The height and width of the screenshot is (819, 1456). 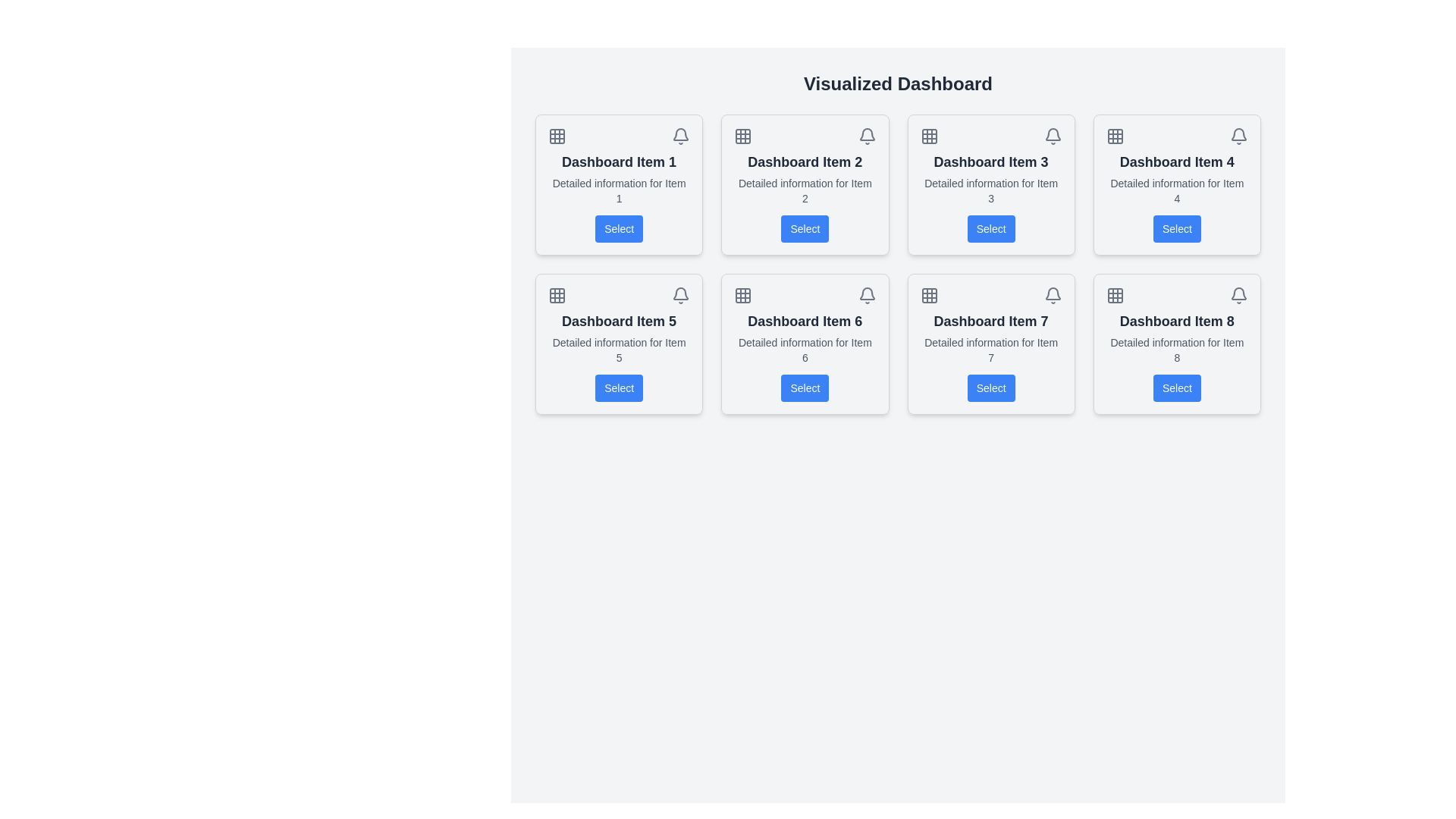 I want to click on the main title text label for 'Dashboard Item 6' located in the second column of the second row of the card layout, so click(x=804, y=321).